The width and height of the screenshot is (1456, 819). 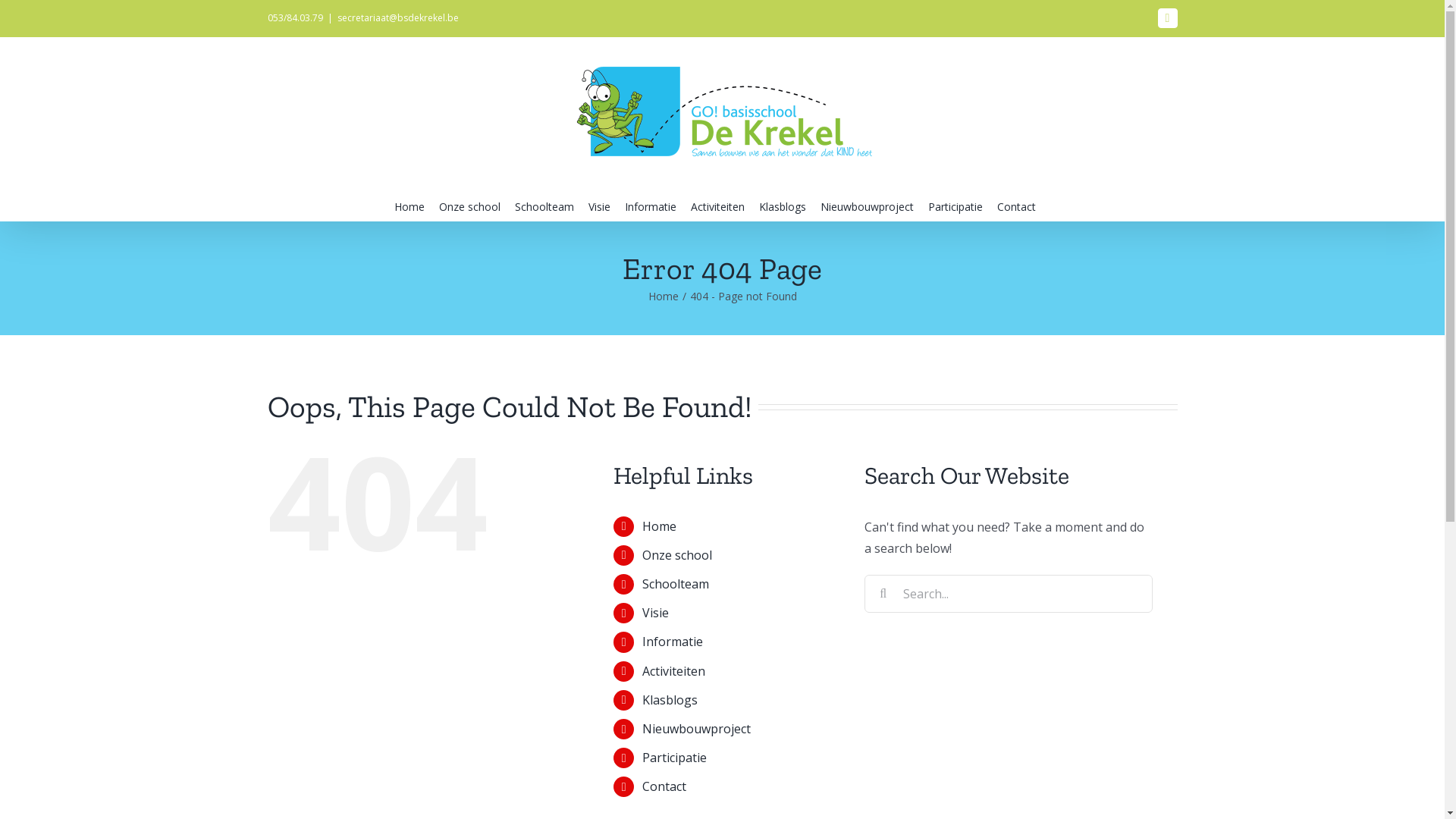 I want to click on 'Schoolteam', so click(x=675, y=583).